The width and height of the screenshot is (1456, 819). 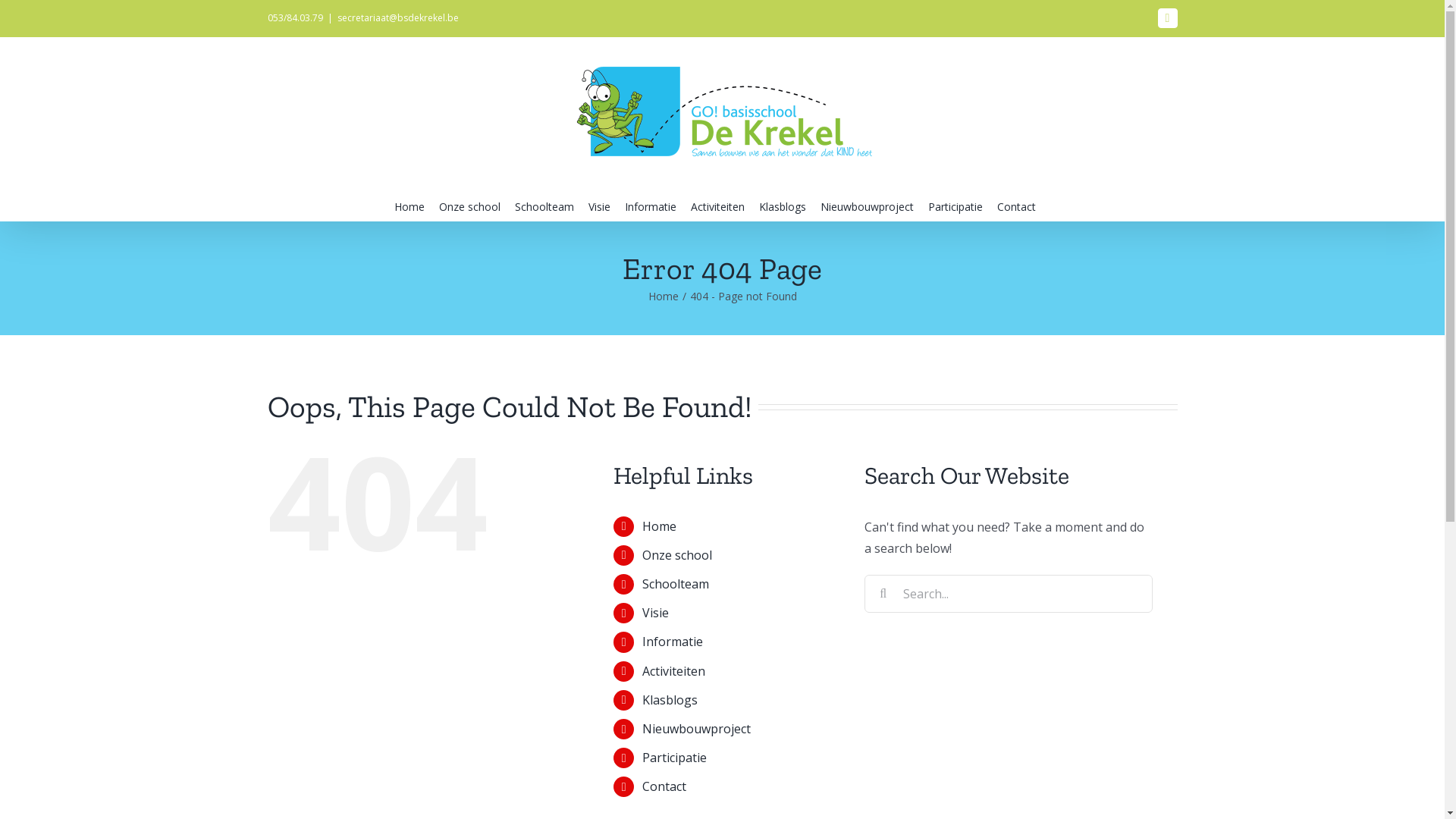 I want to click on 'Schoolteam', so click(x=675, y=583).